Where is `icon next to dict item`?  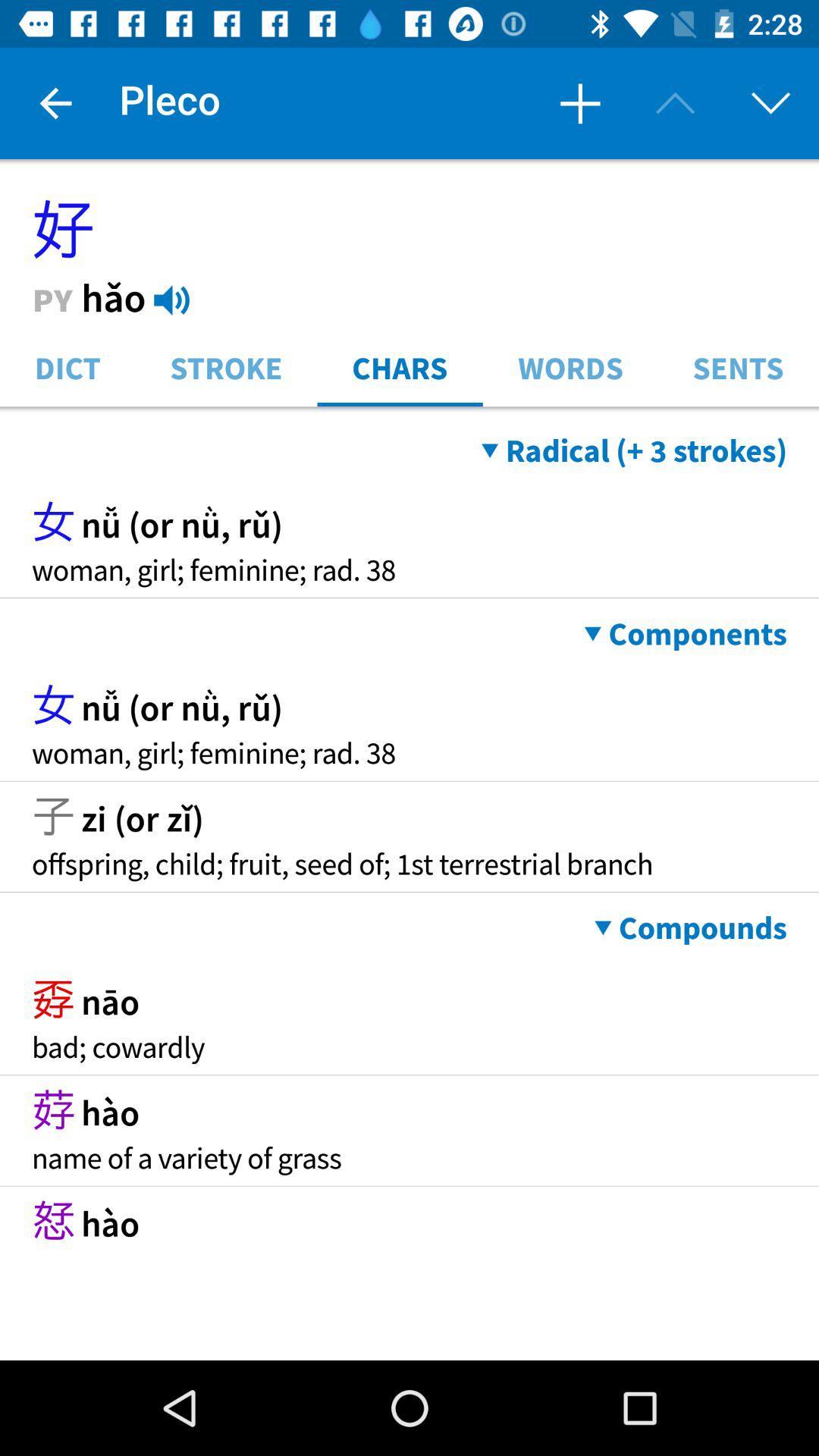
icon next to dict item is located at coordinates (226, 366).